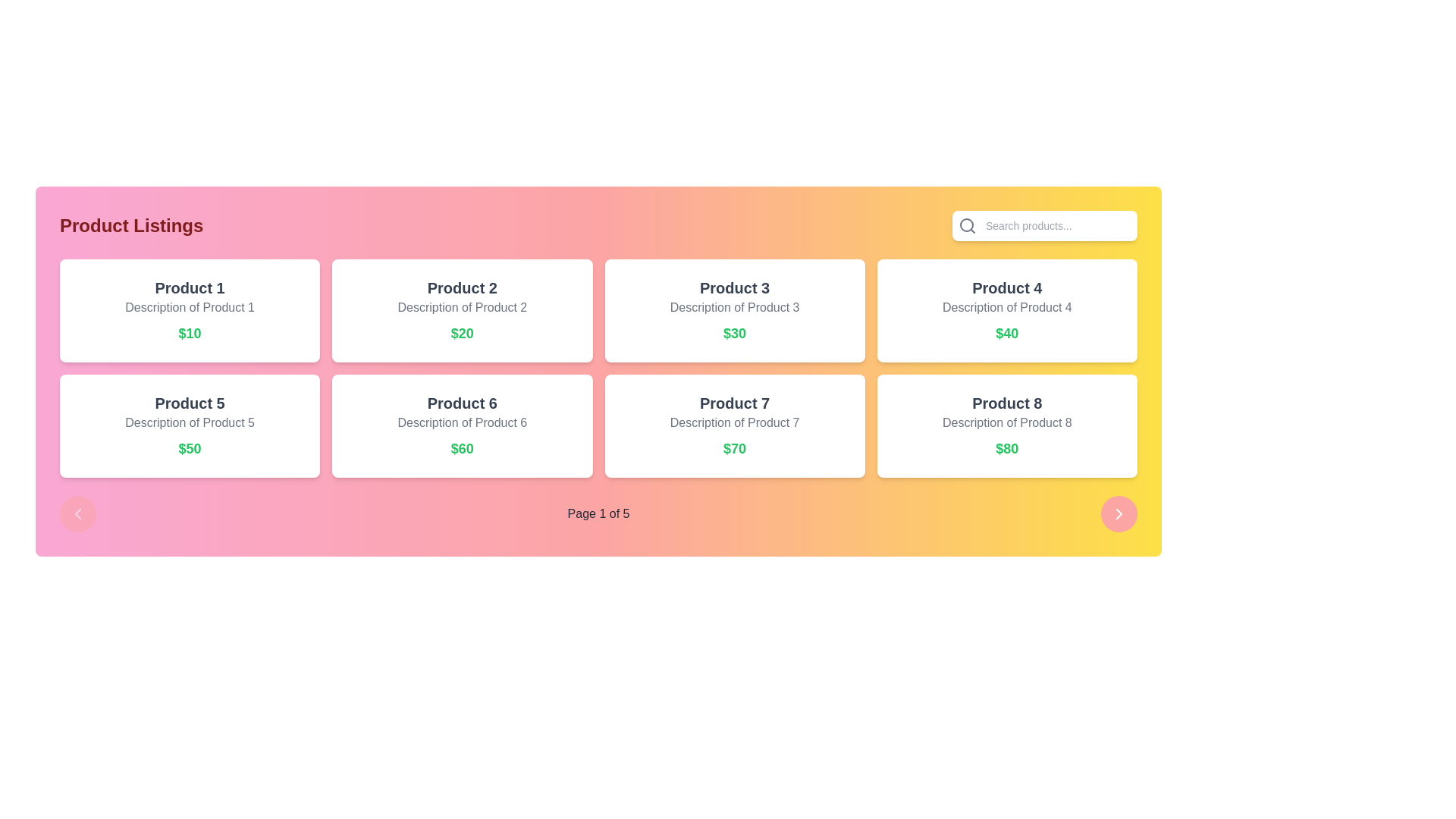  I want to click on the text label displaying 'Description of Product 6', which is centrally located in the product display card, below the title 'Product 6' and above the price label '$60', so click(461, 423).